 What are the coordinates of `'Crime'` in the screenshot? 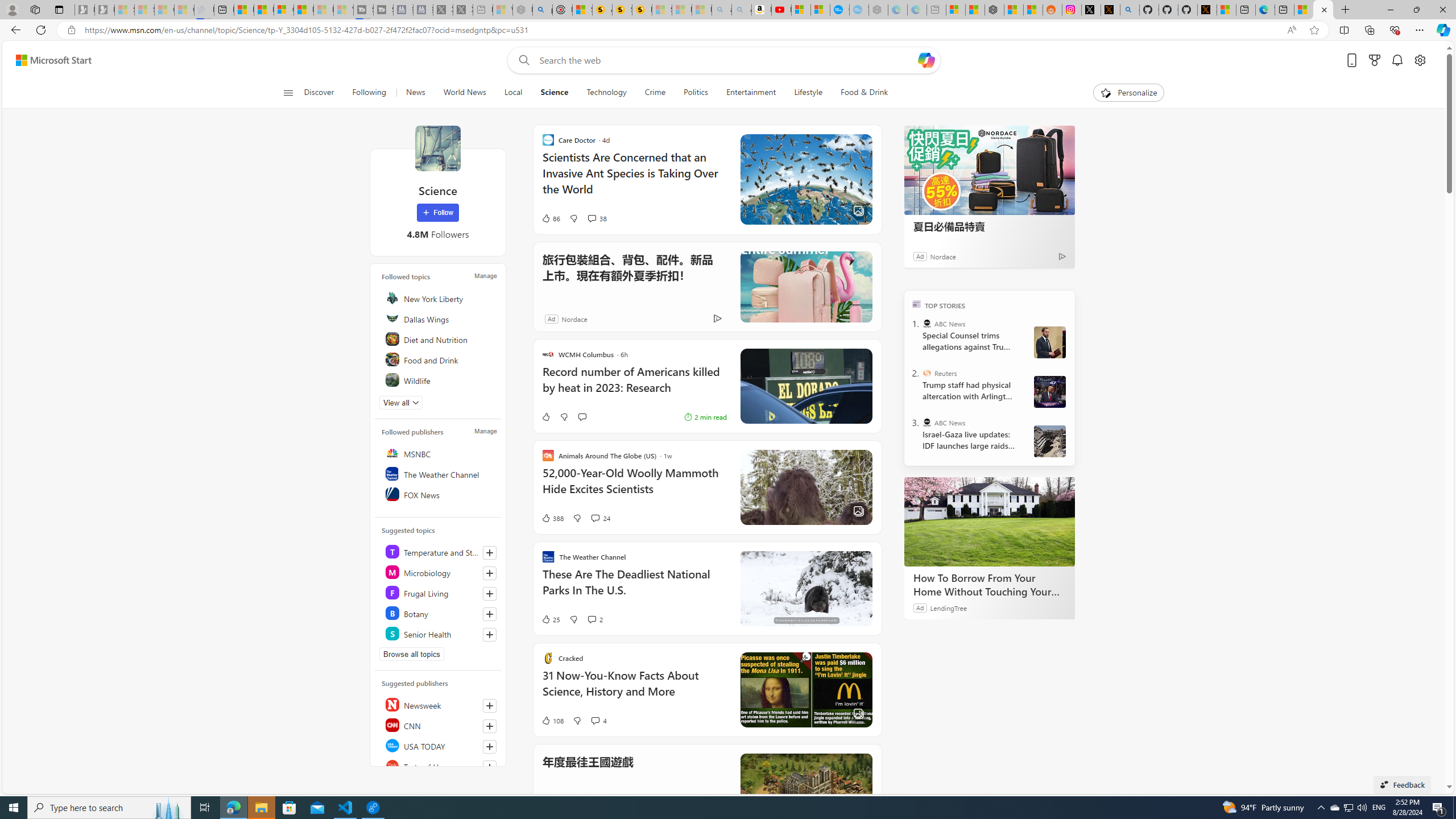 It's located at (655, 92).